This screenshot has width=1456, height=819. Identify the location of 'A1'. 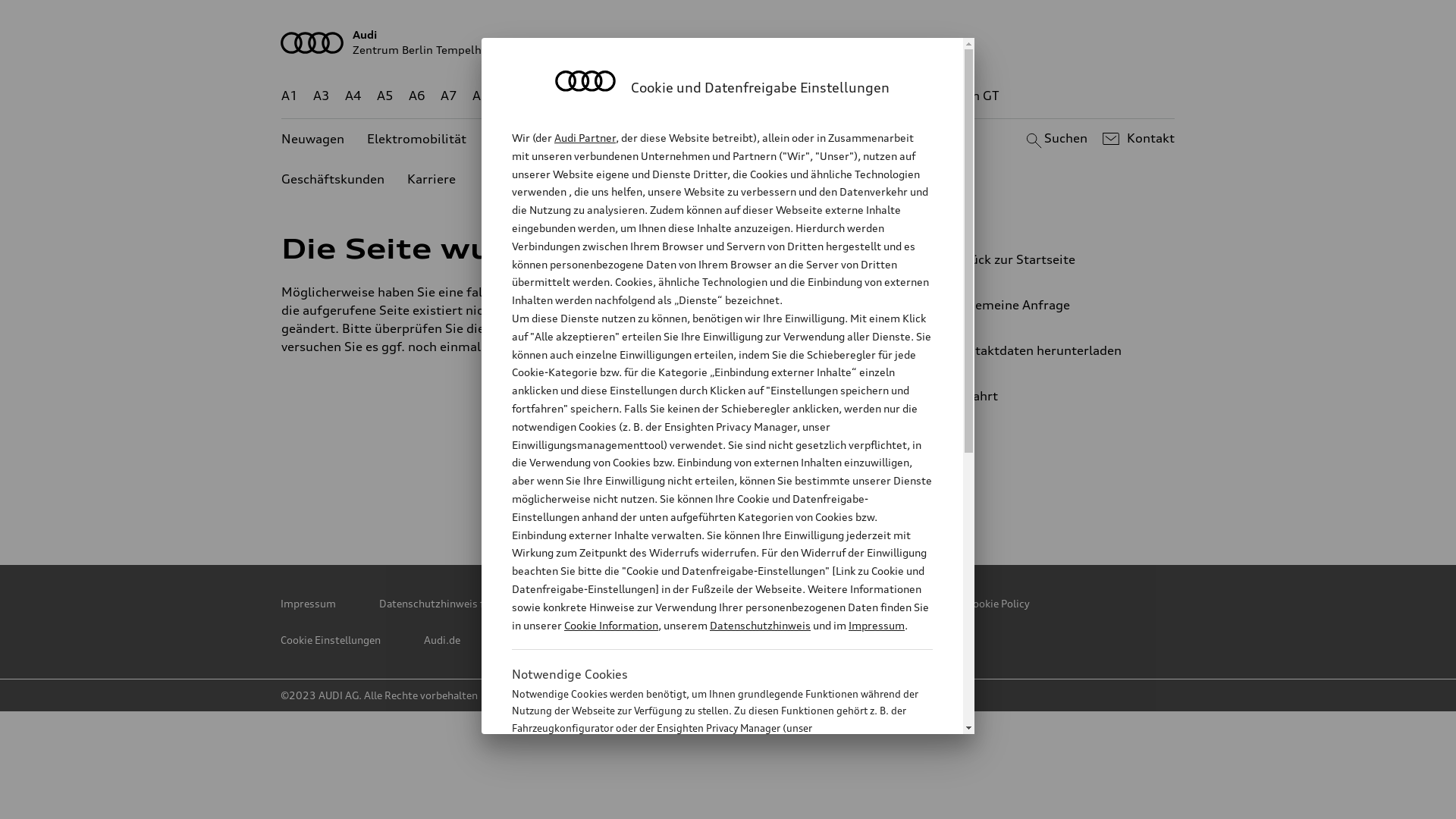
(290, 96).